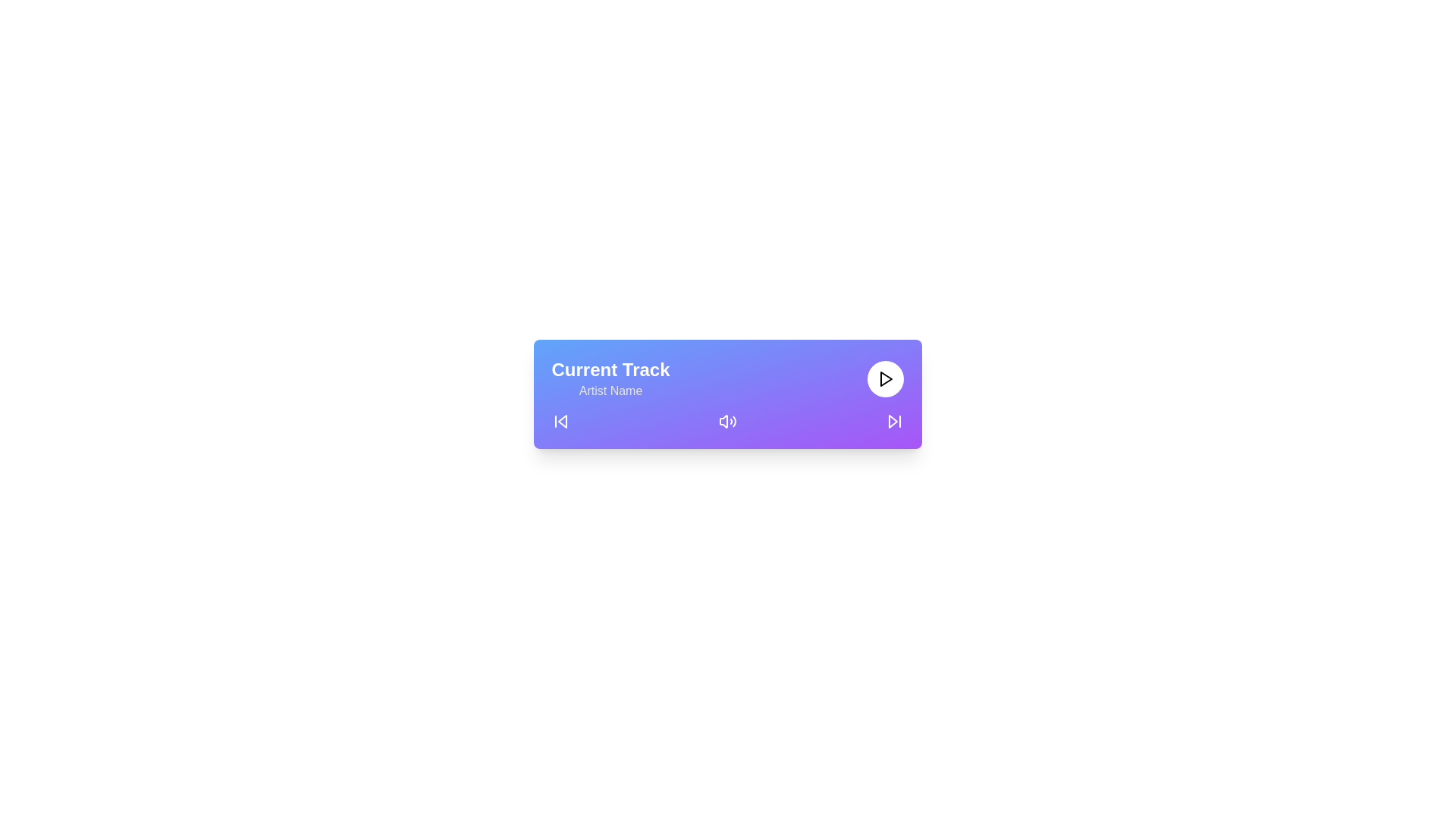 The width and height of the screenshot is (1456, 819). What do you see at coordinates (885, 378) in the screenshot?
I see `the play button, which is a triangular icon inside a circular button on the rightmost side of the toolbar in the music player interface` at bounding box center [885, 378].